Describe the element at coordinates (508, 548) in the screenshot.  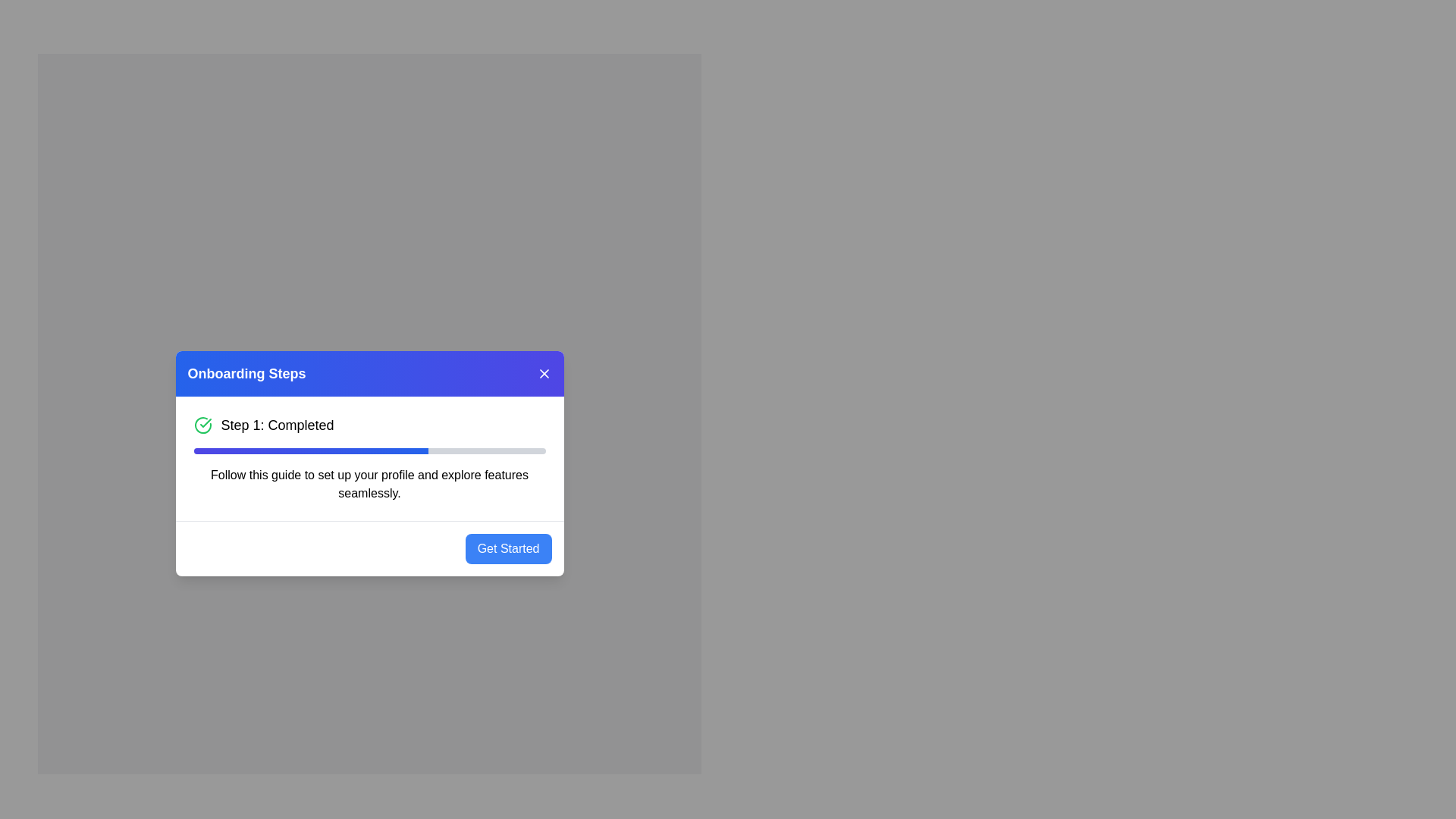
I see `the 'Get Started' button located at the bottom-right of the 'Onboarding Steps' modal dialog to initiate the action` at that location.